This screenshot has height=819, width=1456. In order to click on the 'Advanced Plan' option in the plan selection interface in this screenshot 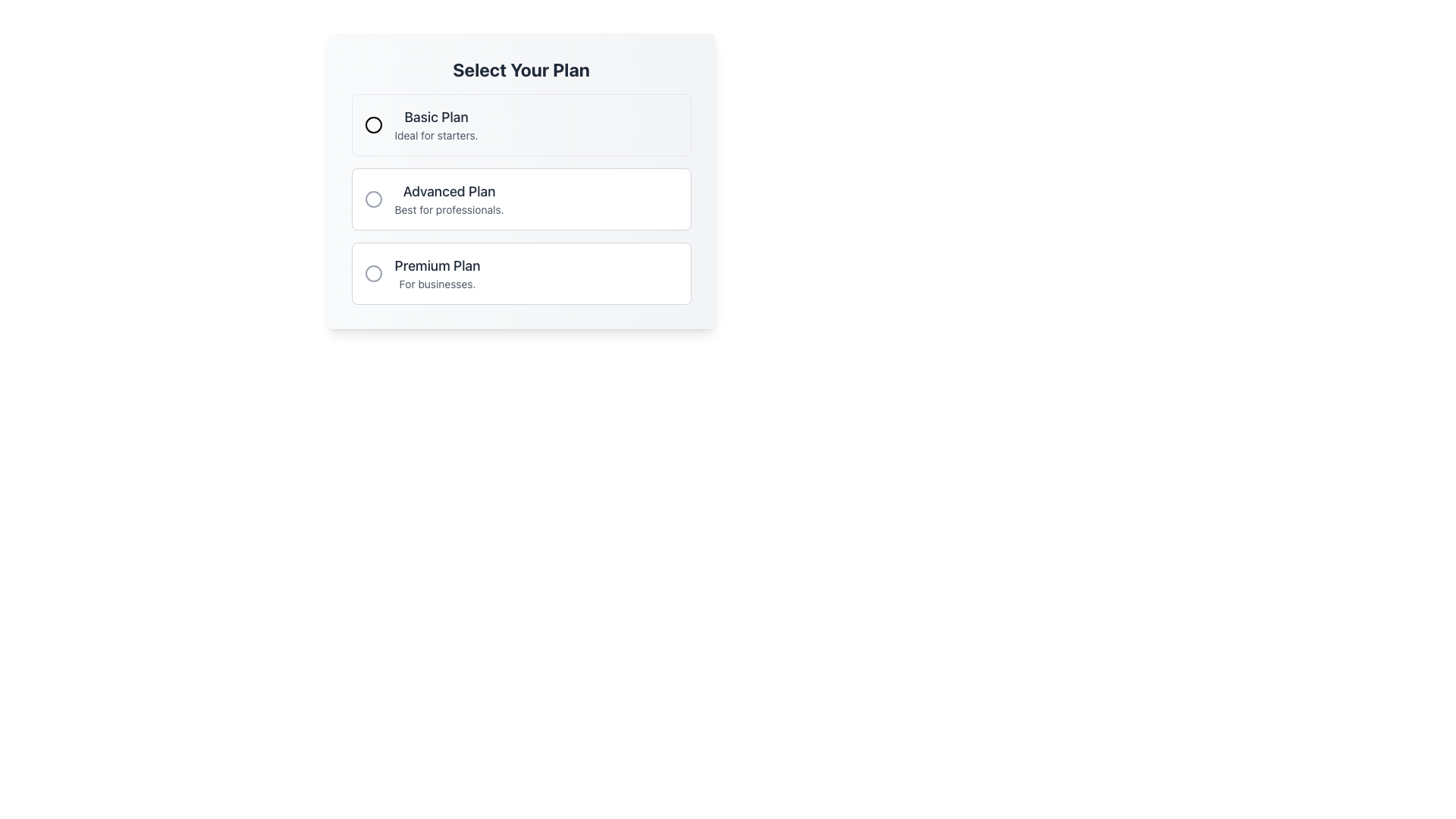, I will do `click(521, 180)`.